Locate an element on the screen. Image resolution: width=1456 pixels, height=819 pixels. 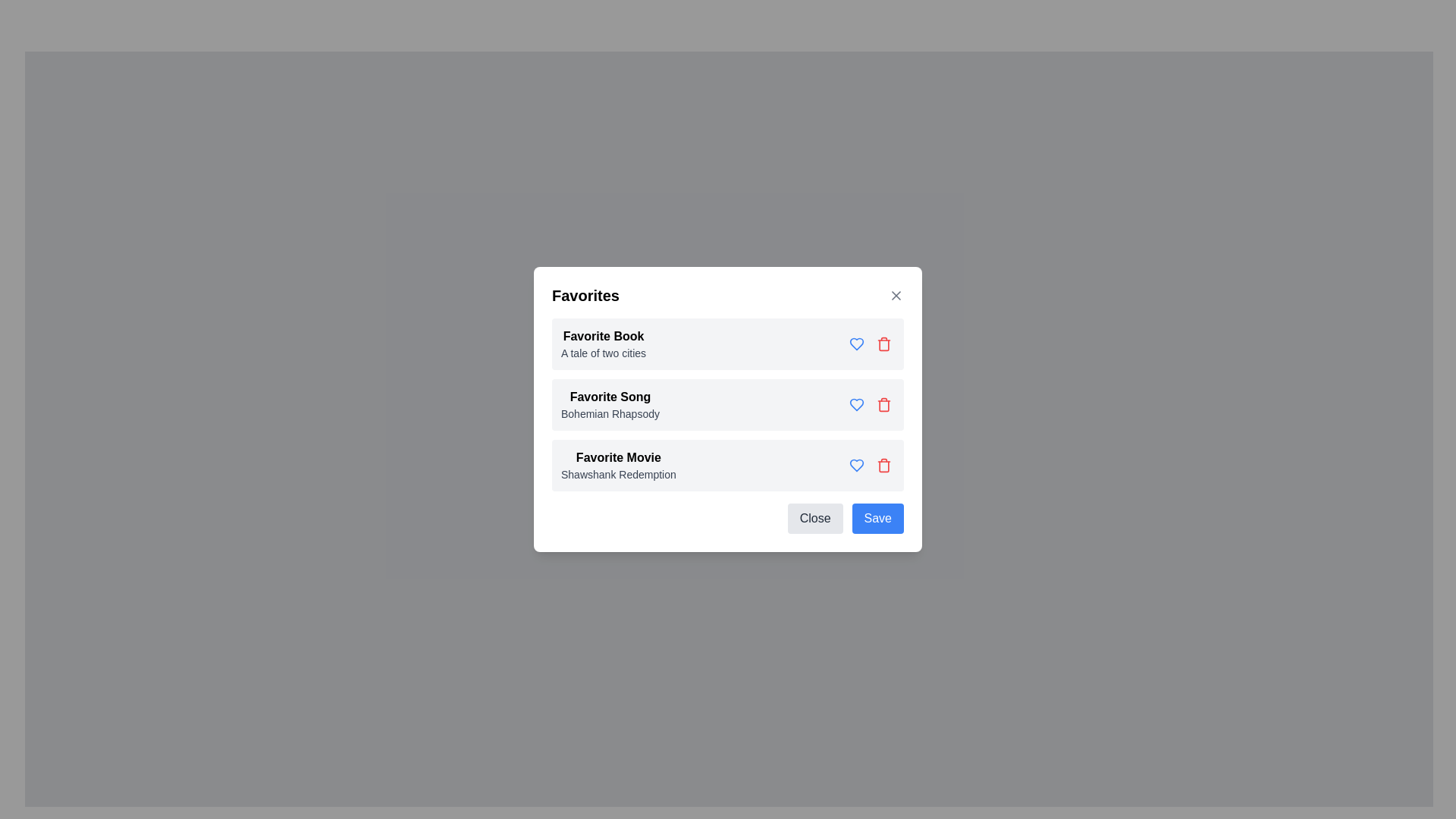
the bold, black-colored text labeled 'Favorites', which is aligned to the left at the top of a content box within a rectangular dialog box is located at coordinates (585, 295).